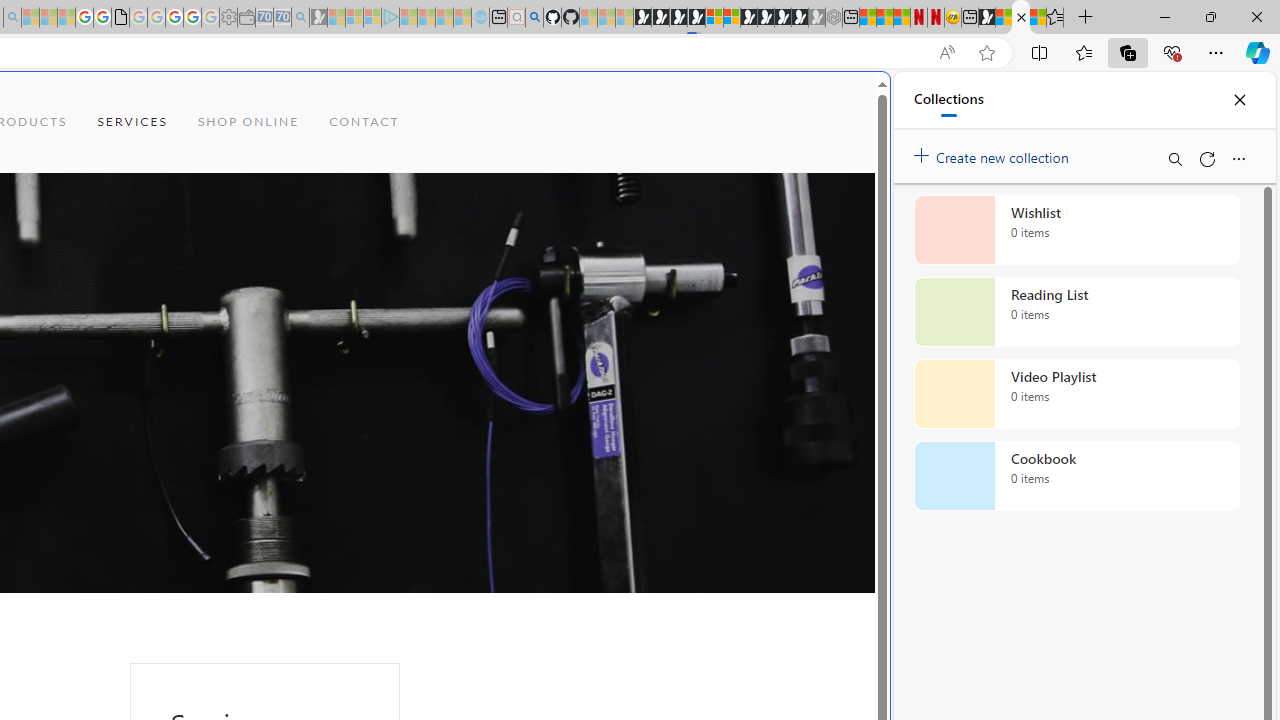  I want to click on 'SERVICES', so click(131, 122).